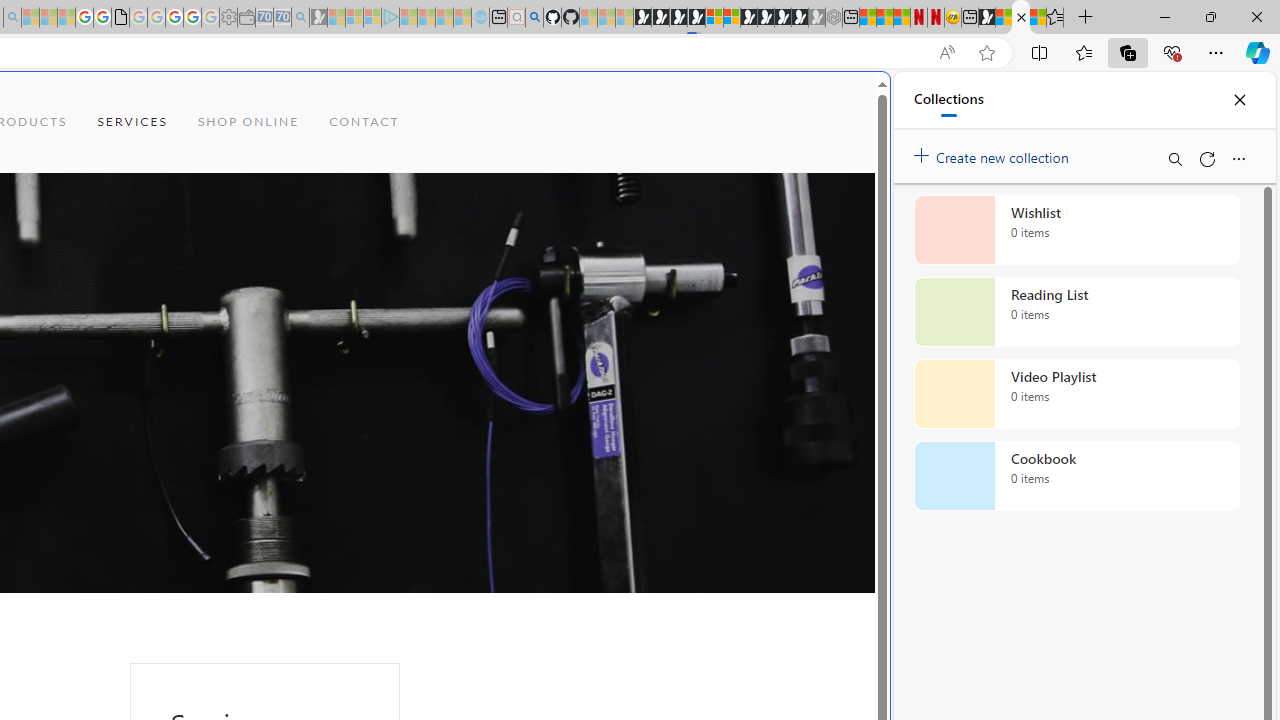  I want to click on 'SERVICES', so click(131, 122).